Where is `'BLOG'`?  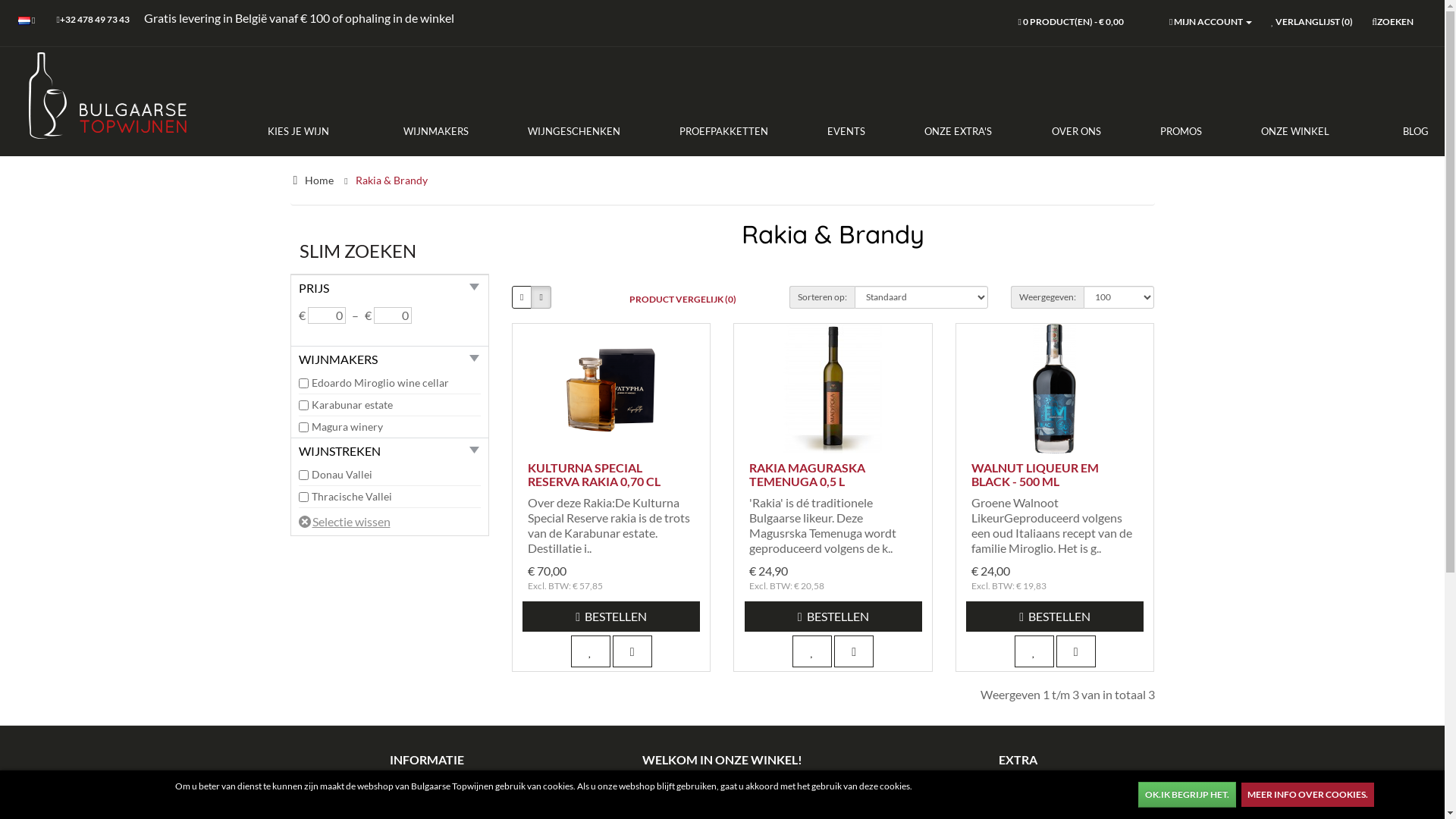
'BLOG' is located at coordinates (1358, 130).